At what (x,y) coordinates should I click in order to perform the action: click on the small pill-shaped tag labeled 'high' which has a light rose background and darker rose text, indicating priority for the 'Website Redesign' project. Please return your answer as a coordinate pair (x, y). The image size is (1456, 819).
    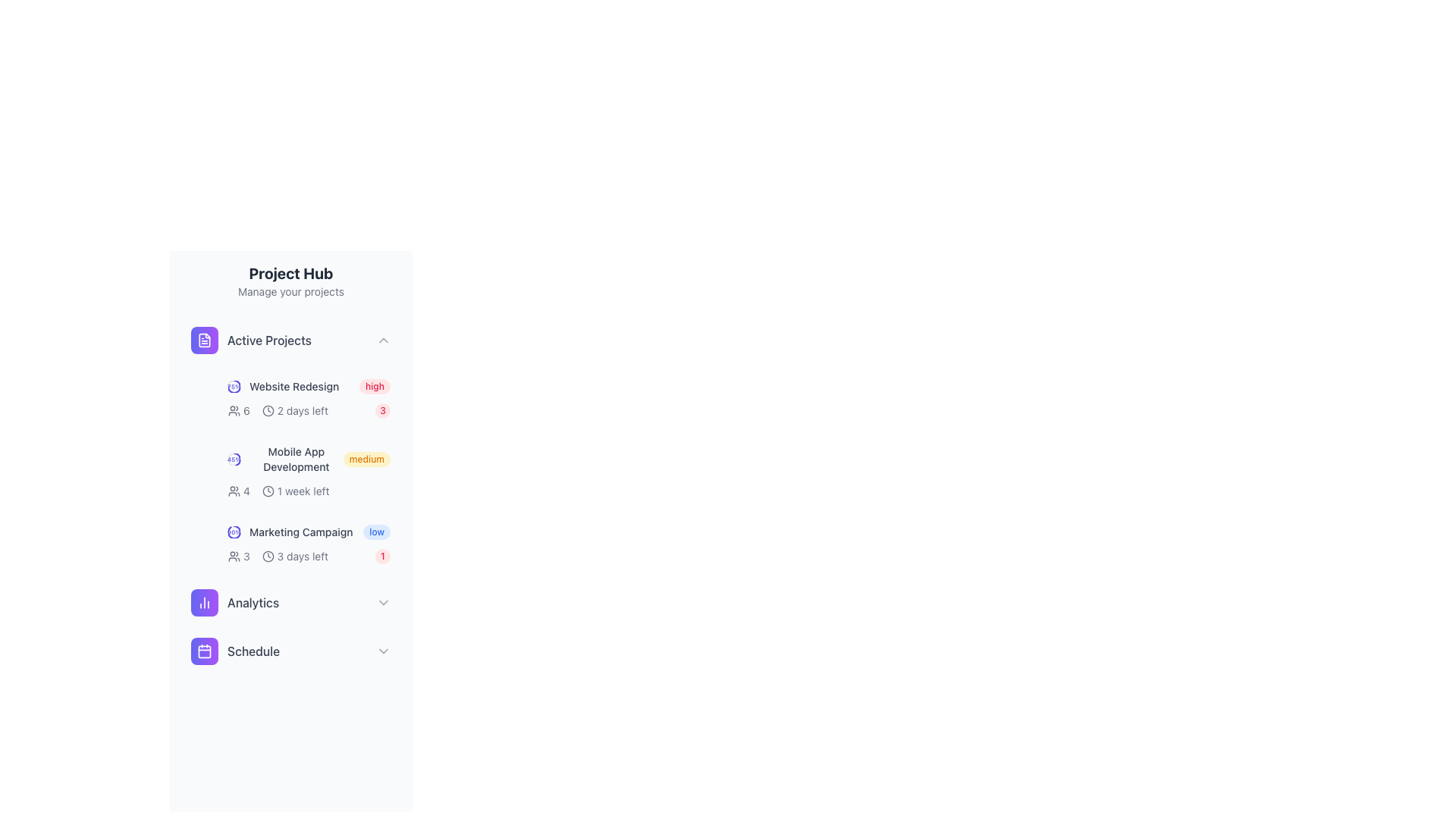
    Looking at the image, I should click on (375, 385).